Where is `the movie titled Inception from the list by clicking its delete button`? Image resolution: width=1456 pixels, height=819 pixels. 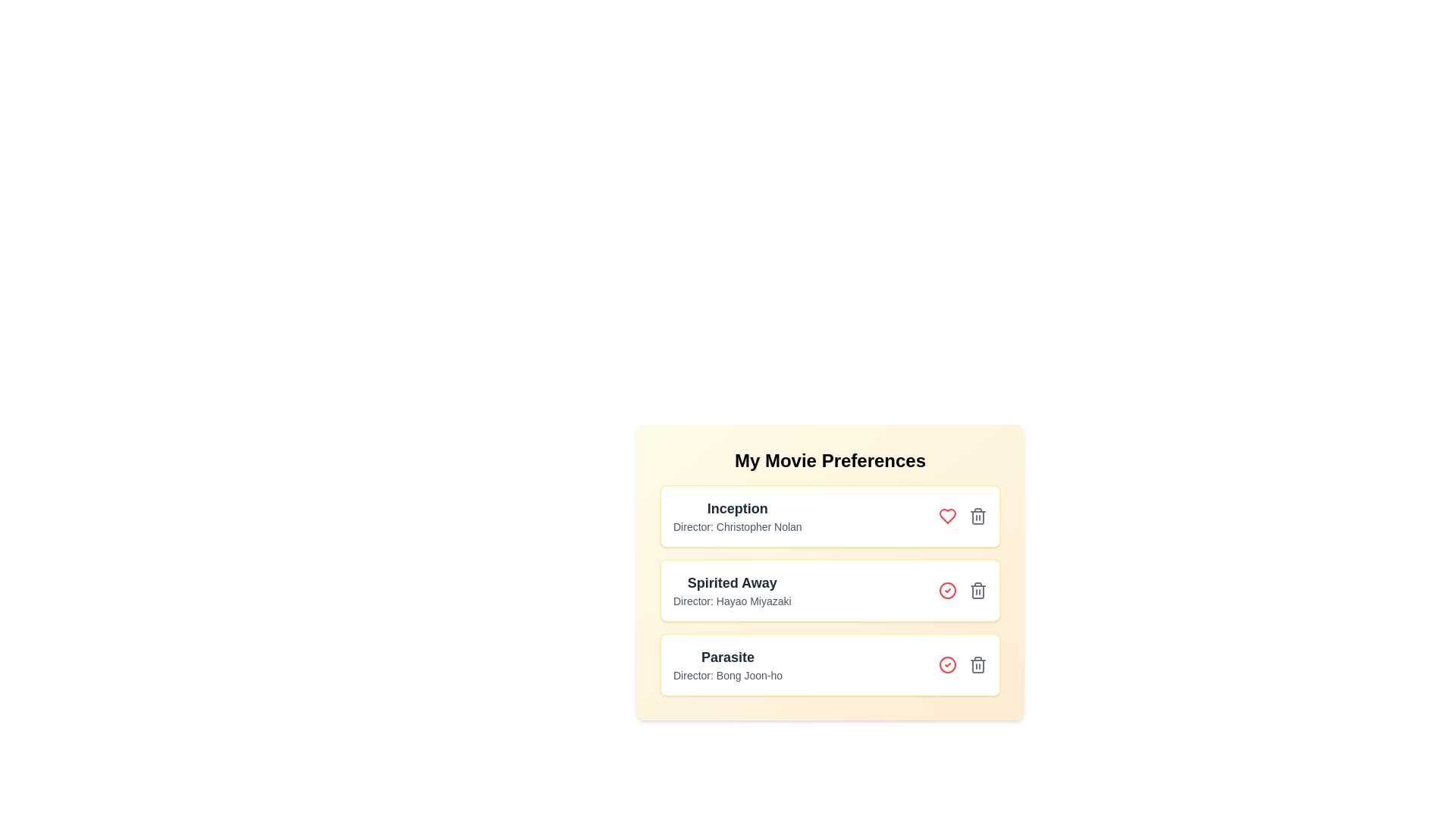
the movie titled Inception from the list by clicking its delete button is located at coordinates (978, 516).